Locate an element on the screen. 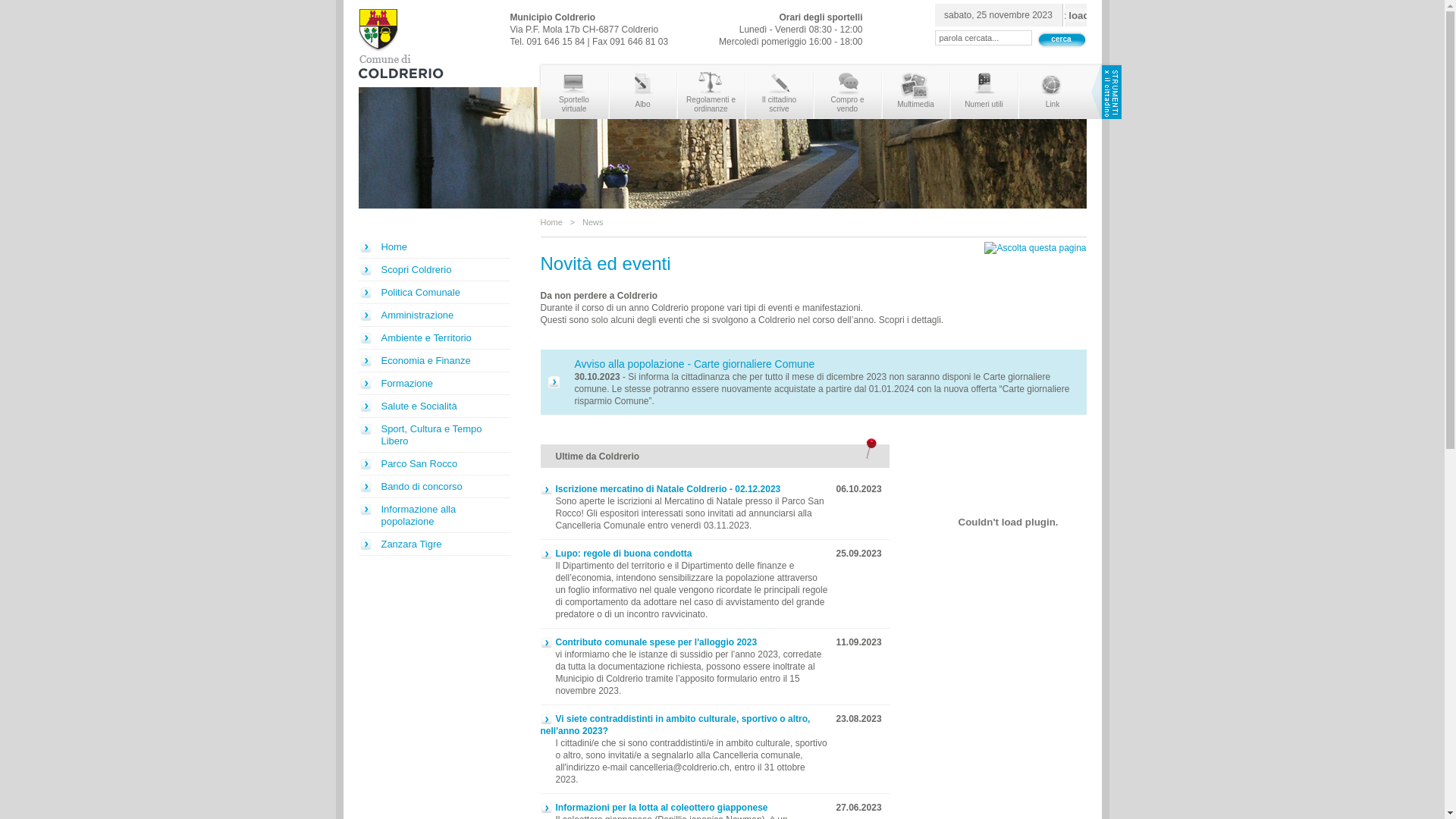 Image resolution: width=1456 pixels, height=819 pixels. 'orologio' is located at coordinates (1075, 14).